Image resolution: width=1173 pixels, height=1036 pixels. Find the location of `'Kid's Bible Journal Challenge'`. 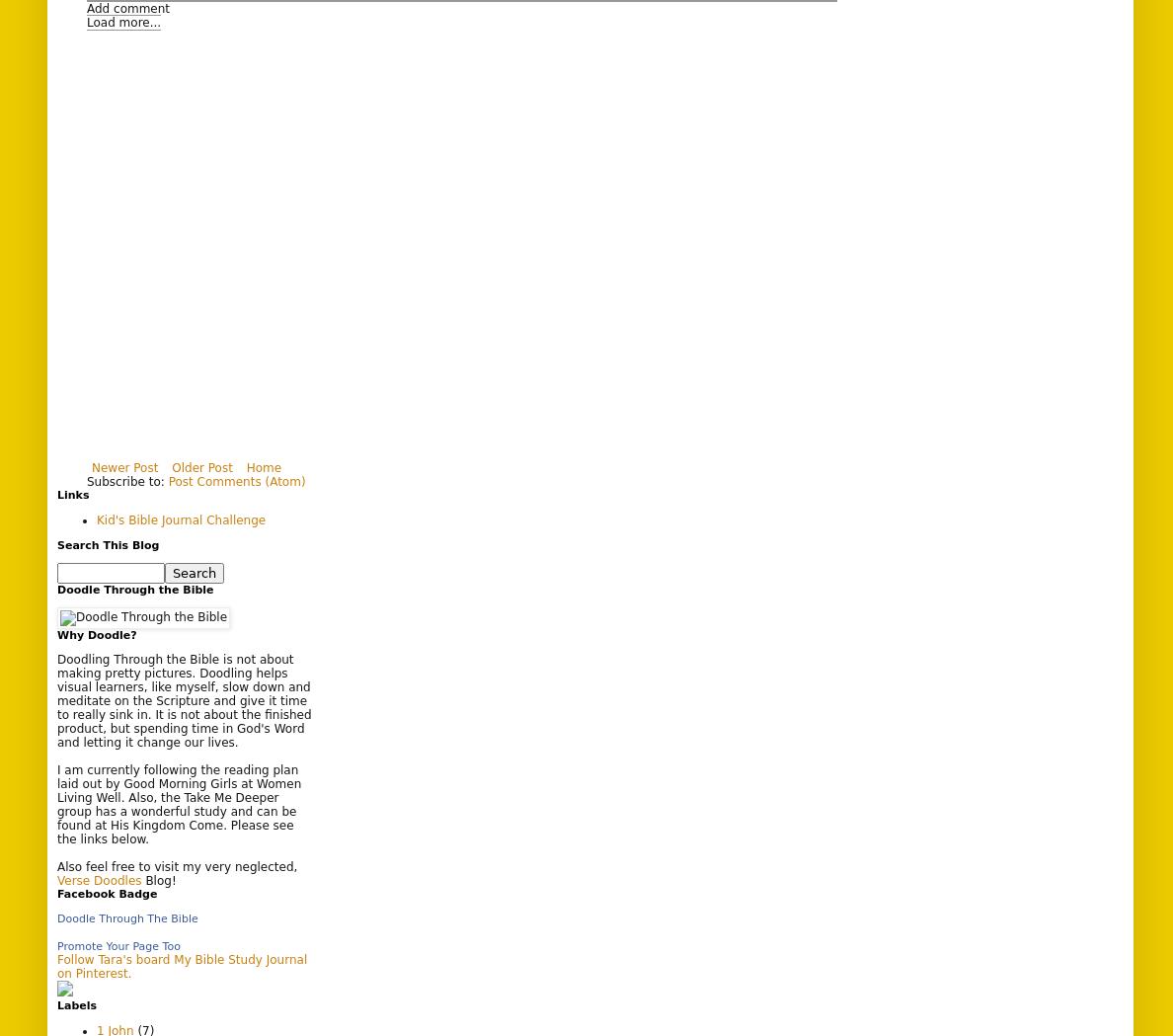

'Kid's Bible Journal Challenge' is located at coordinates (181, 518).